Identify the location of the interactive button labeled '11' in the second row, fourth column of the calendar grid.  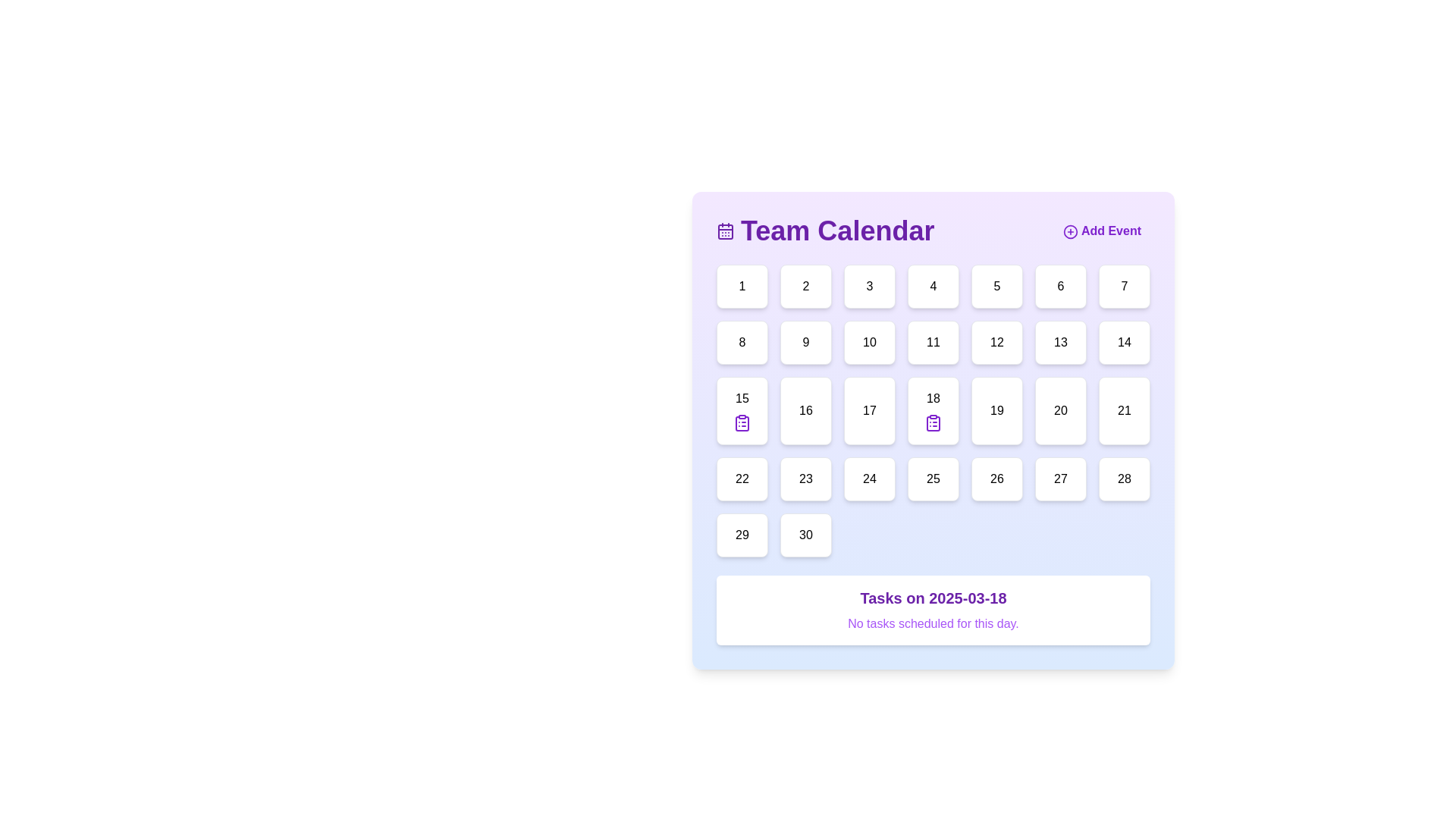
(932, 342).